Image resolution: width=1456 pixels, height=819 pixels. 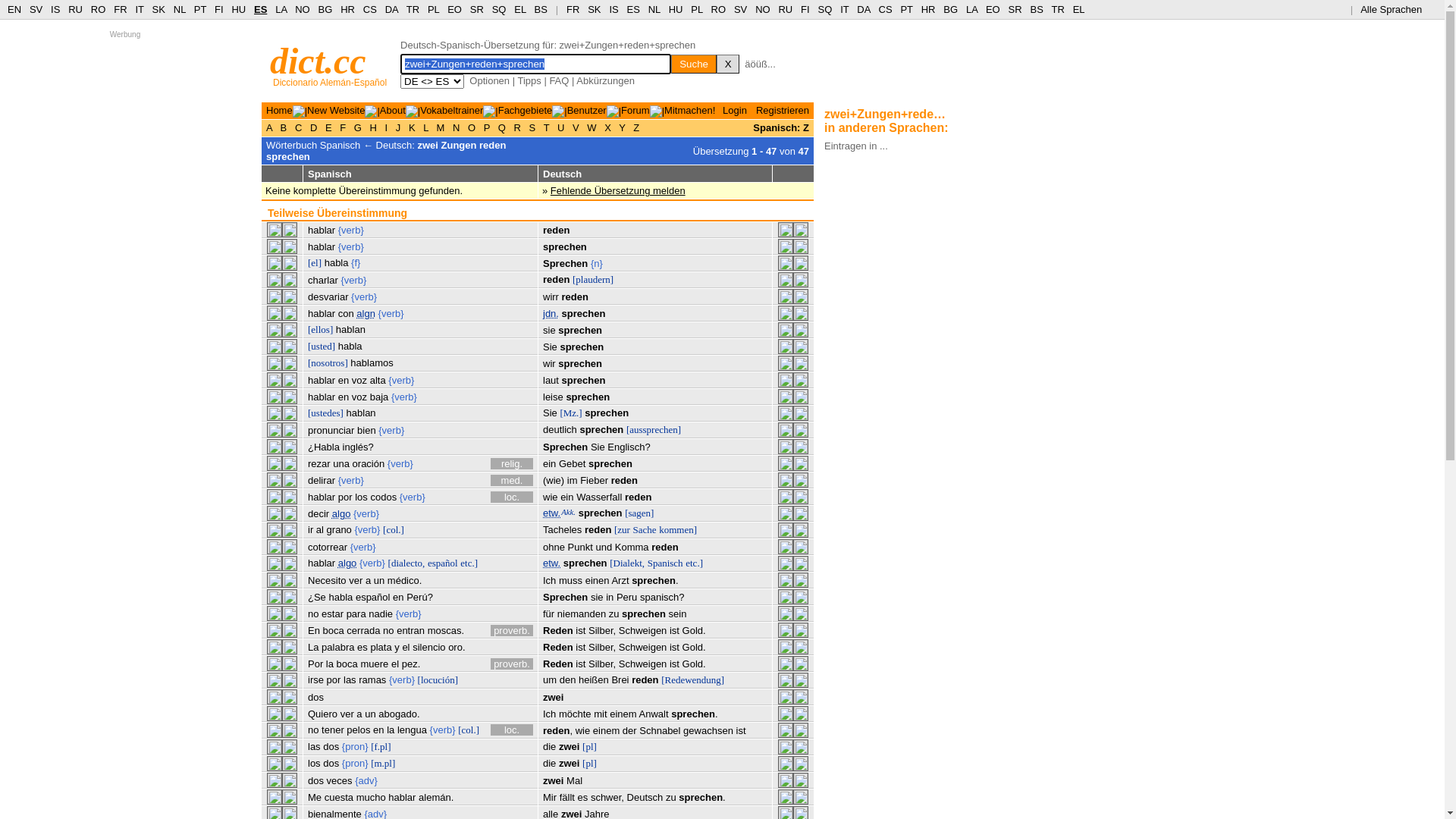 What do you see at coordinates (572, 9) in the screenshot?
I see `'FR'` at bounding box center [572, 9].